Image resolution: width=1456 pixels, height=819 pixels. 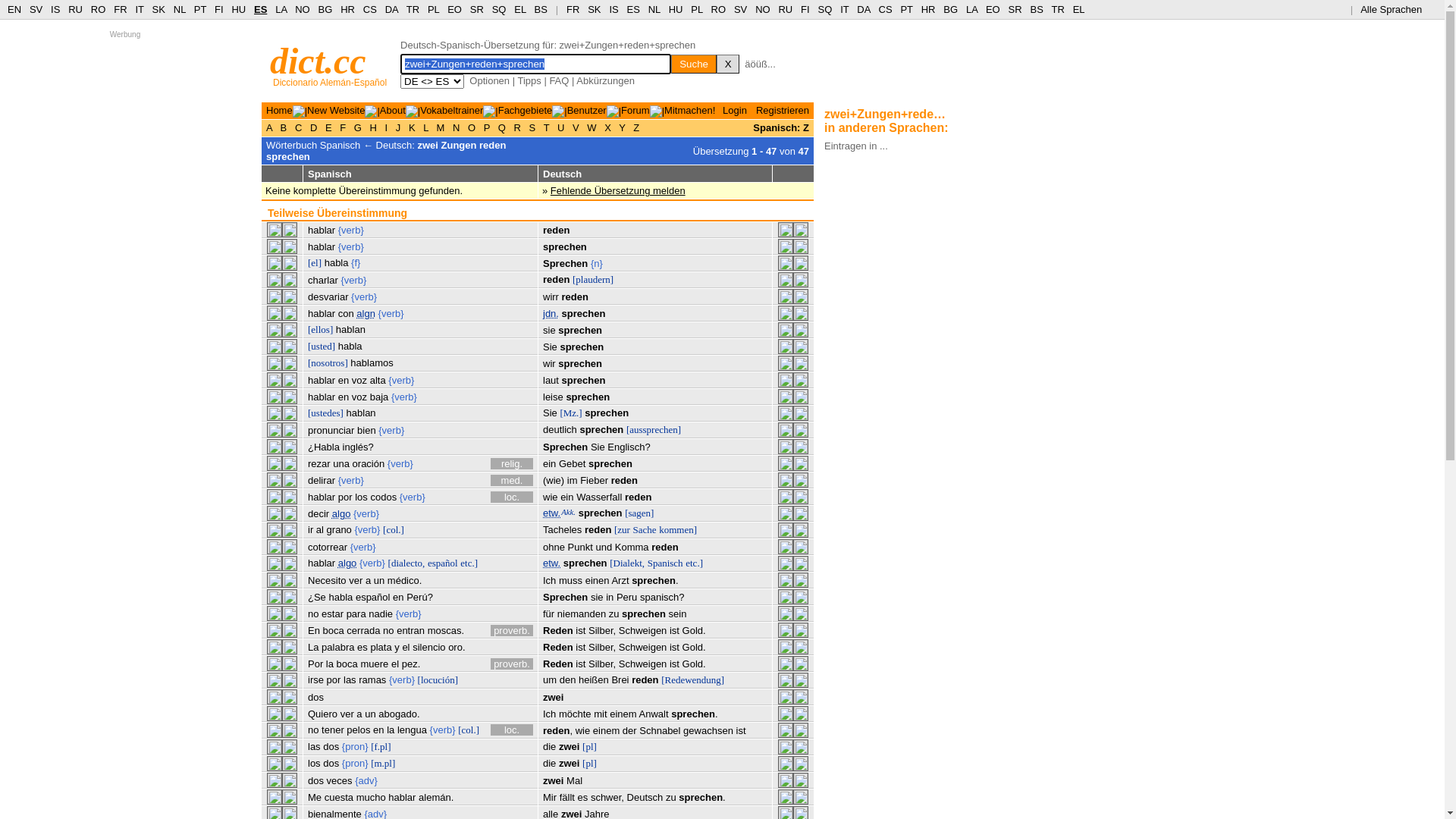 What do you see at coordinates (572, 9) in the screenshot?
I see `'FR'` at bounding box center [572, 9].